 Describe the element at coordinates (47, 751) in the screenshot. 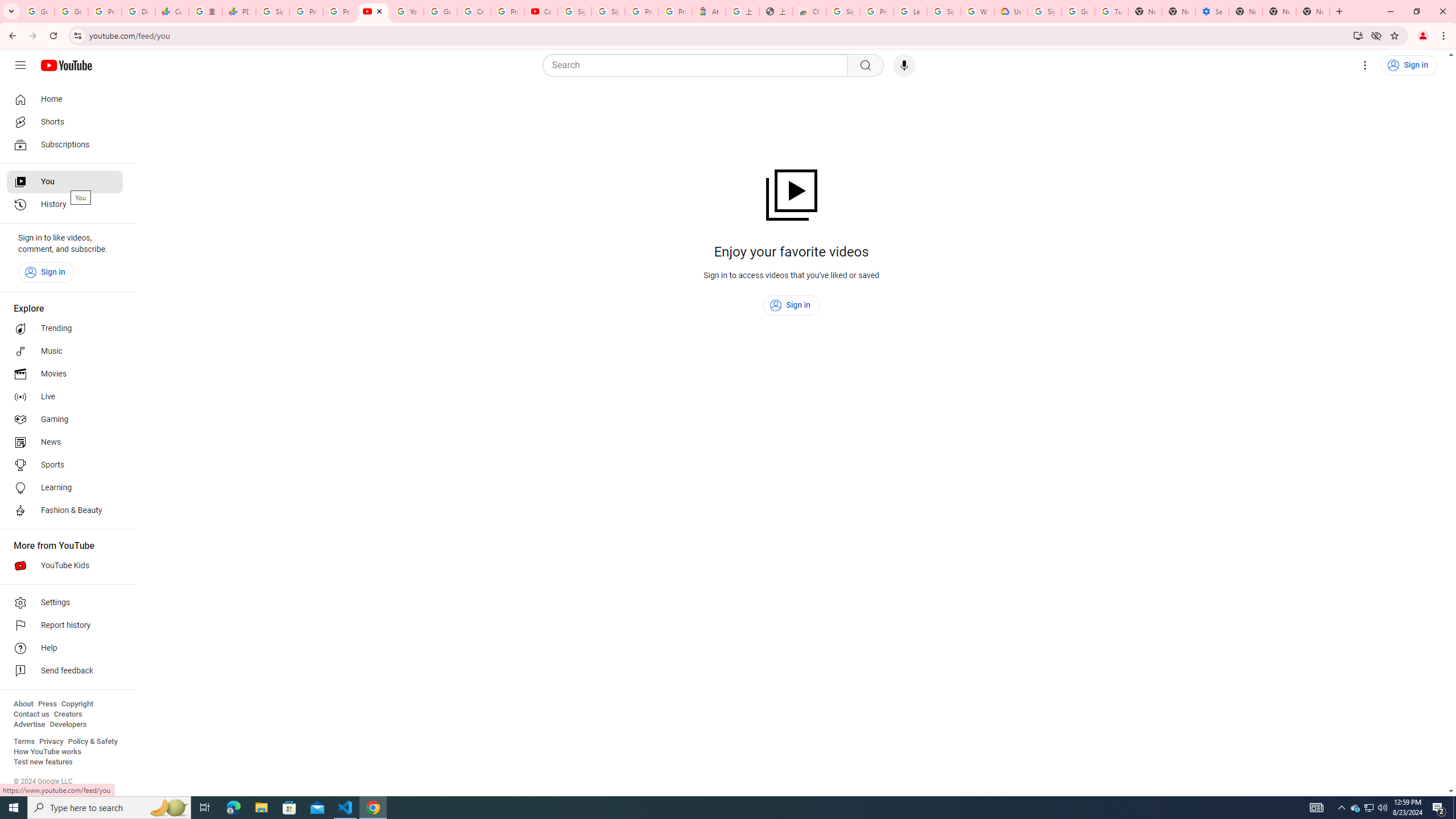

I see `'How YouTube works'` at that location.